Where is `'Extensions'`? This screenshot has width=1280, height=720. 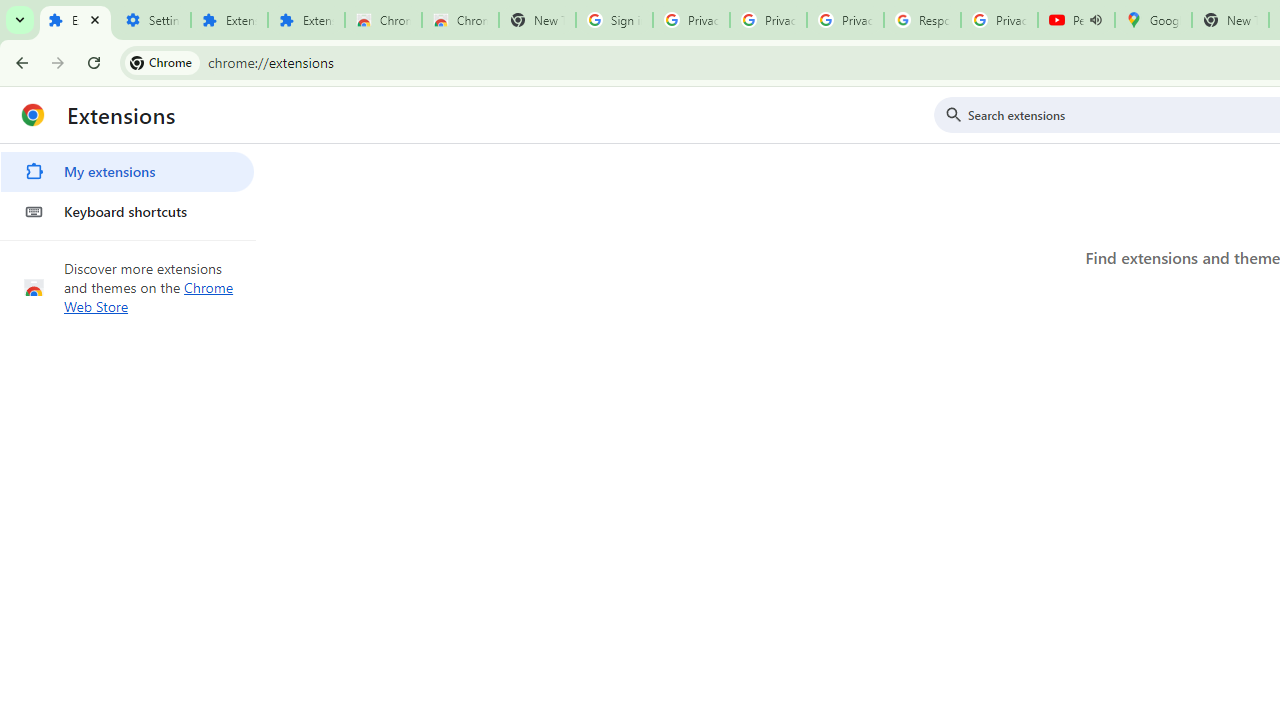
'Extensions' is located at coordinates (229, 20).